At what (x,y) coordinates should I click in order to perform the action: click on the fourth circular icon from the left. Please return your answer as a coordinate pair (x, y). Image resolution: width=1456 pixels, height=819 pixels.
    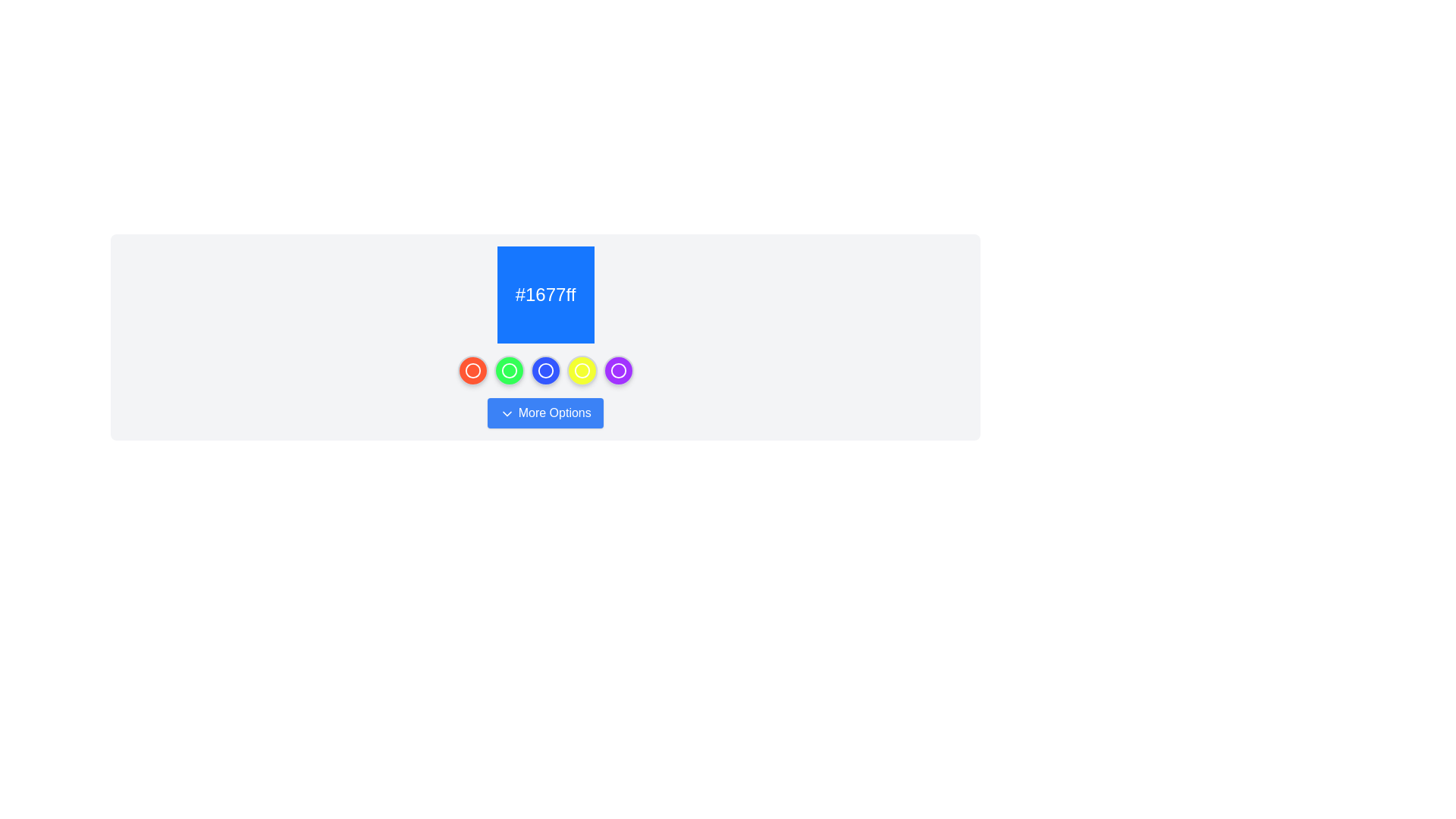
    Looking at the image, I should click on (581, 371).